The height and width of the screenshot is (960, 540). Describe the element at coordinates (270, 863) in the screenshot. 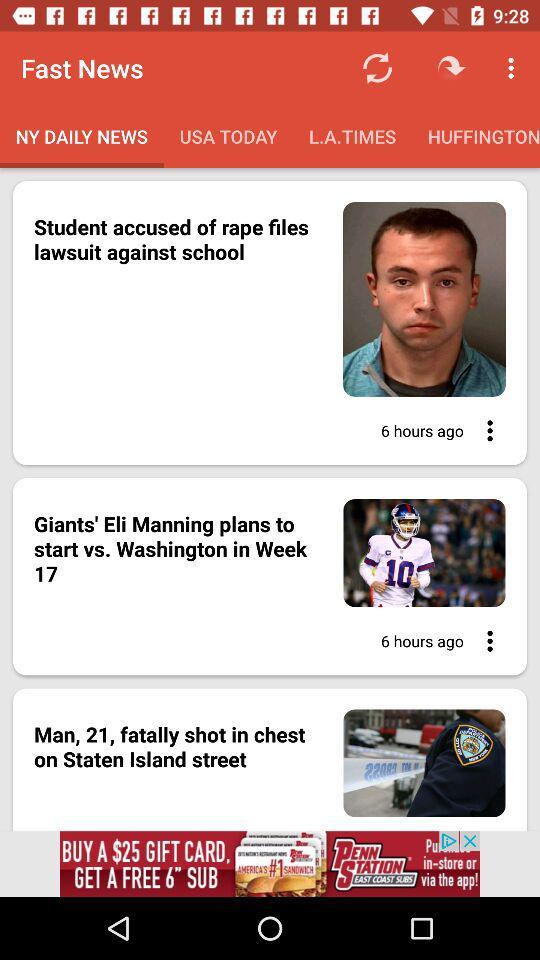

I see `the advertised website` at that location.